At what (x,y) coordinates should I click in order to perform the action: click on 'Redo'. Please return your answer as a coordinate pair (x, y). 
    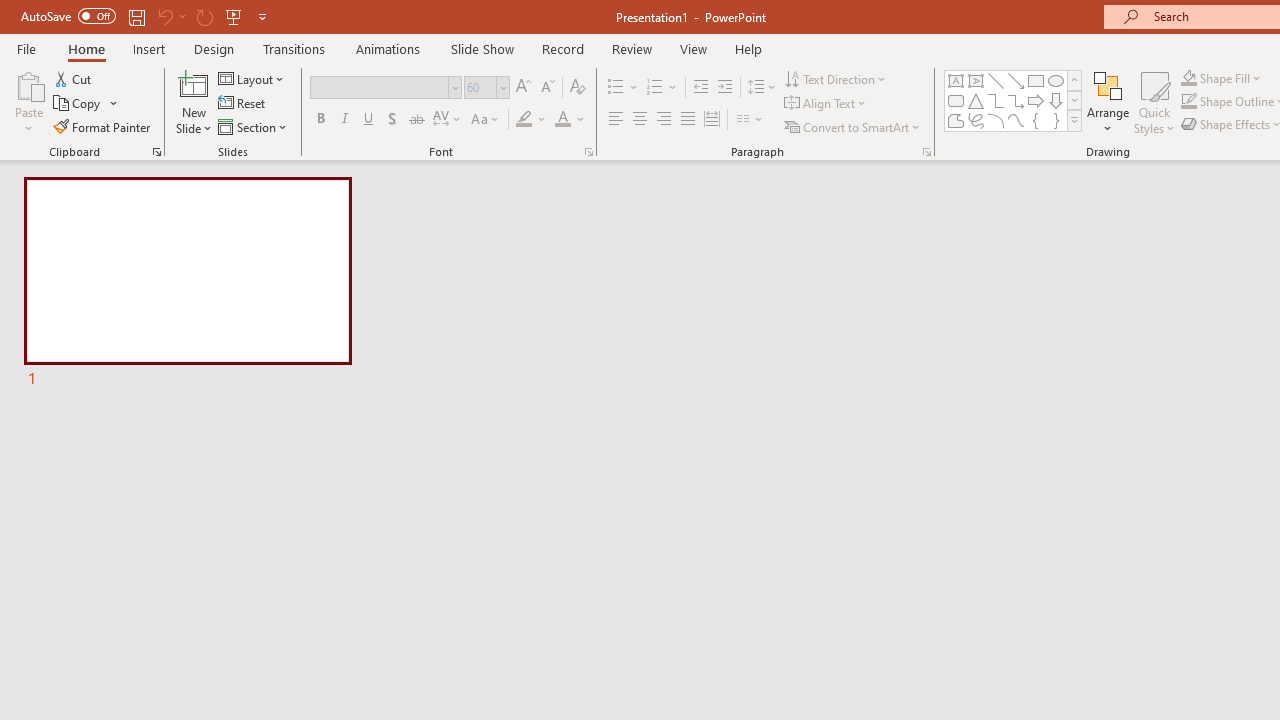
    Looking at the image, I should click on (204, 16).